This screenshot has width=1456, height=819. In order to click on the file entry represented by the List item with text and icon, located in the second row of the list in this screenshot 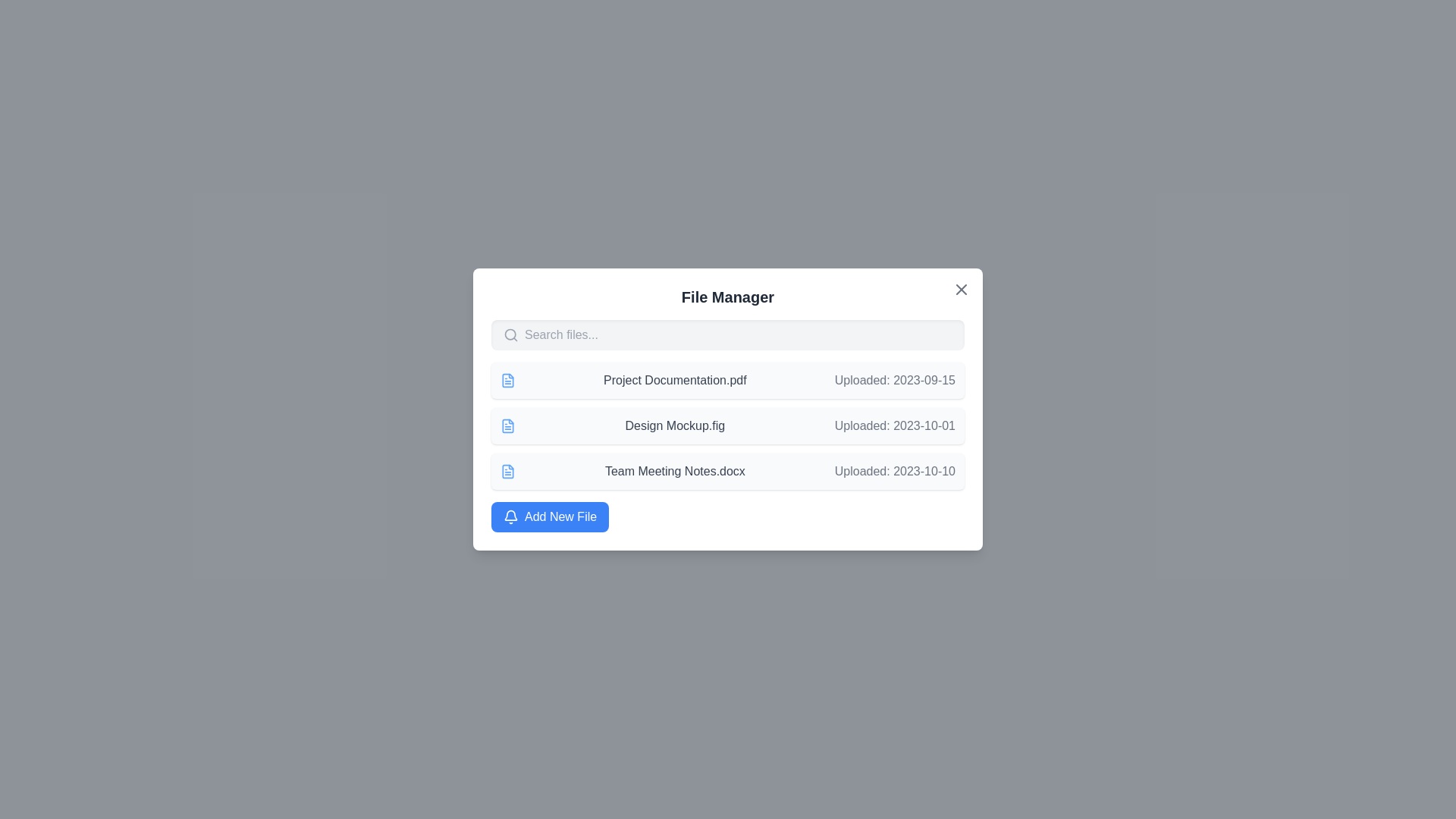, I will do `click(728, 426)`.